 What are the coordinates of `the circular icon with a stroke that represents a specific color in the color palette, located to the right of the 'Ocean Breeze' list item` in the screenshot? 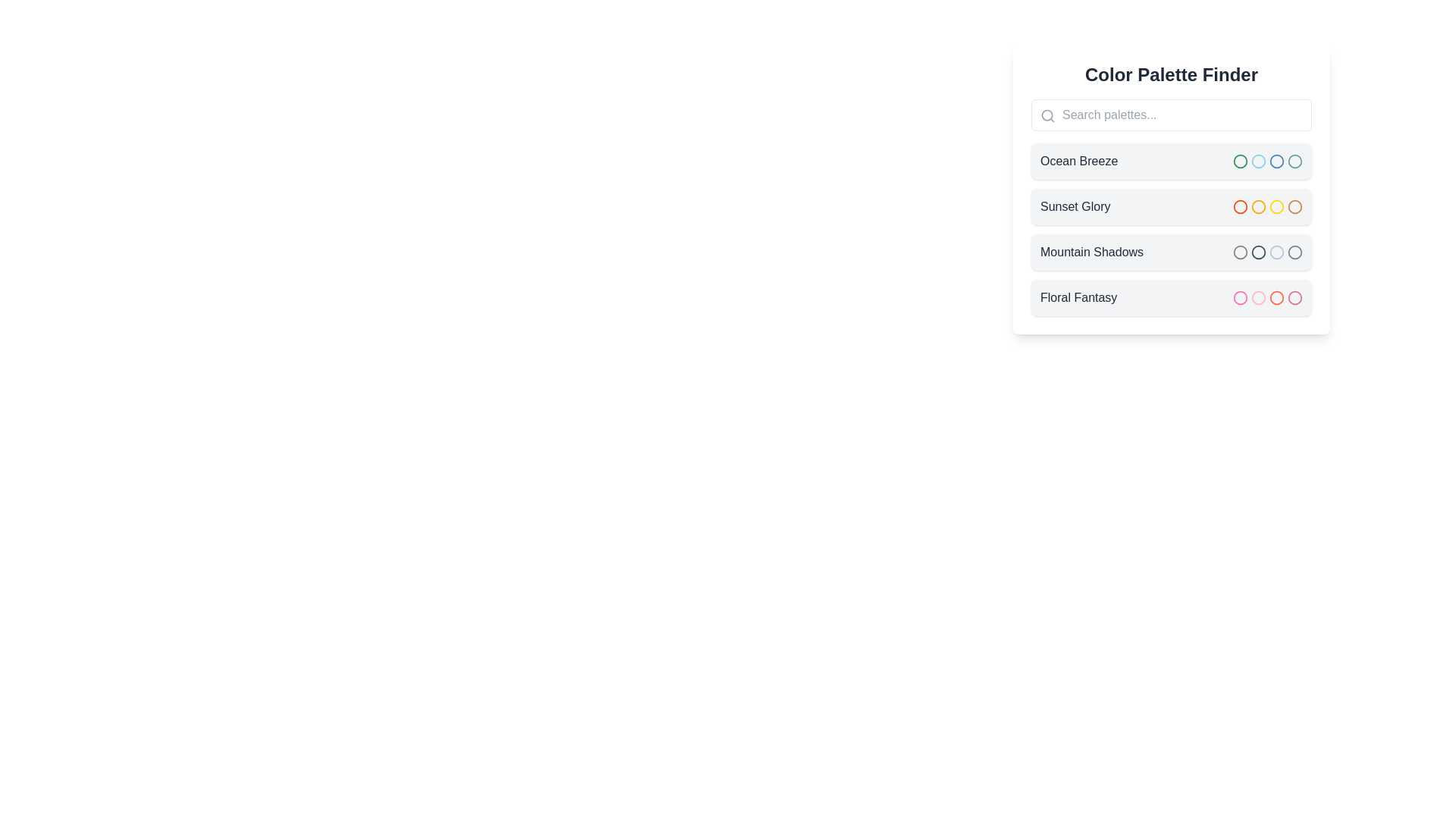 It's located at (1241, 161).